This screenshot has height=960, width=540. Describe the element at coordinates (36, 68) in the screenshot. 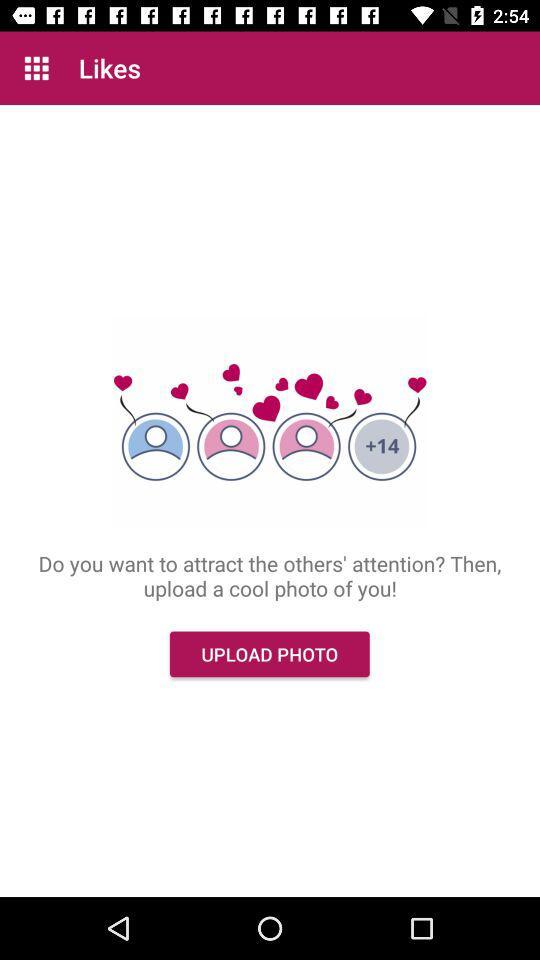

I see `item next to likes icon` at that location.